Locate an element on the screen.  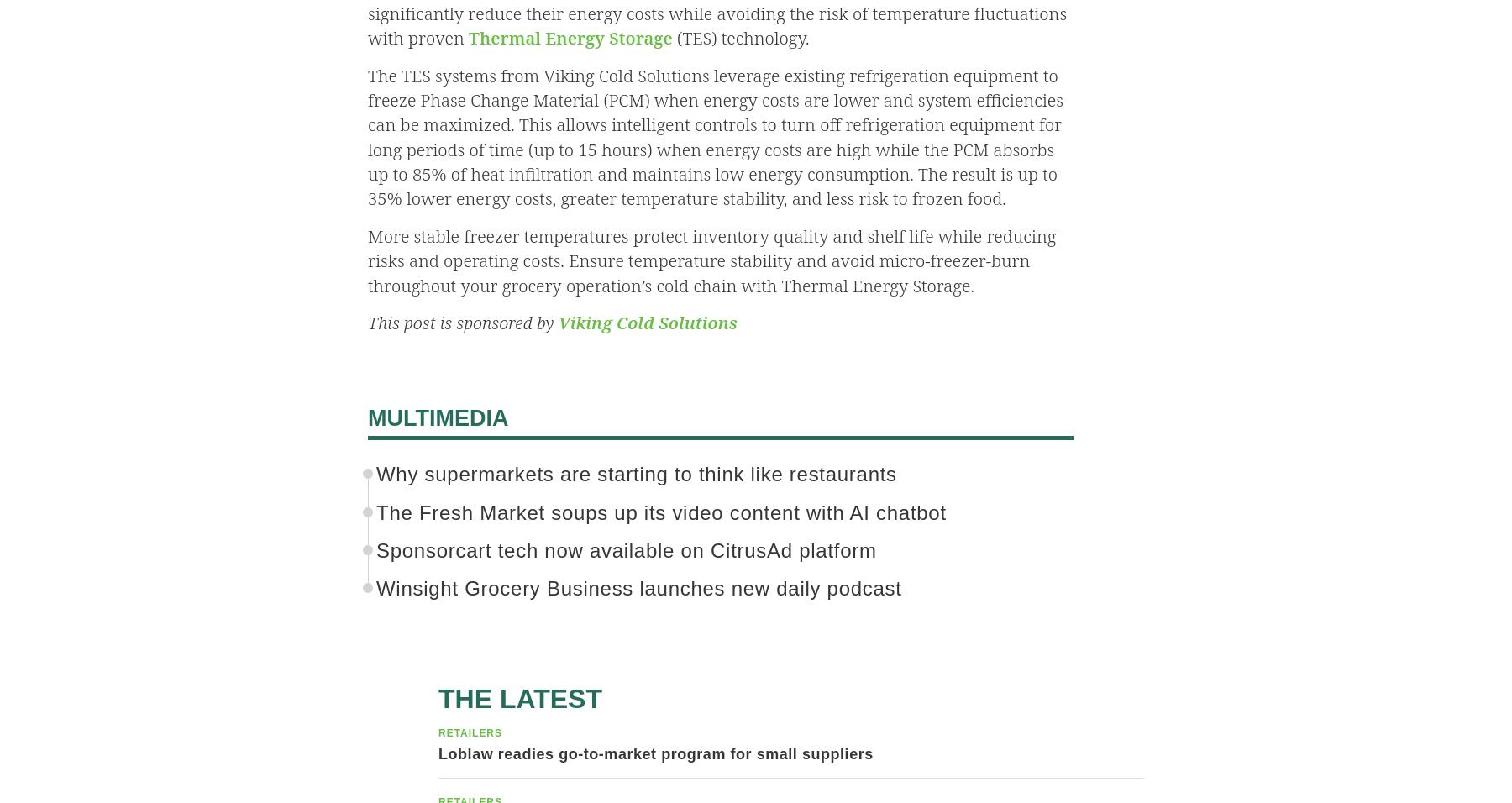
'The Fresh Market soups up its video content with AI chatbot' is located at coordinates (376, 512).